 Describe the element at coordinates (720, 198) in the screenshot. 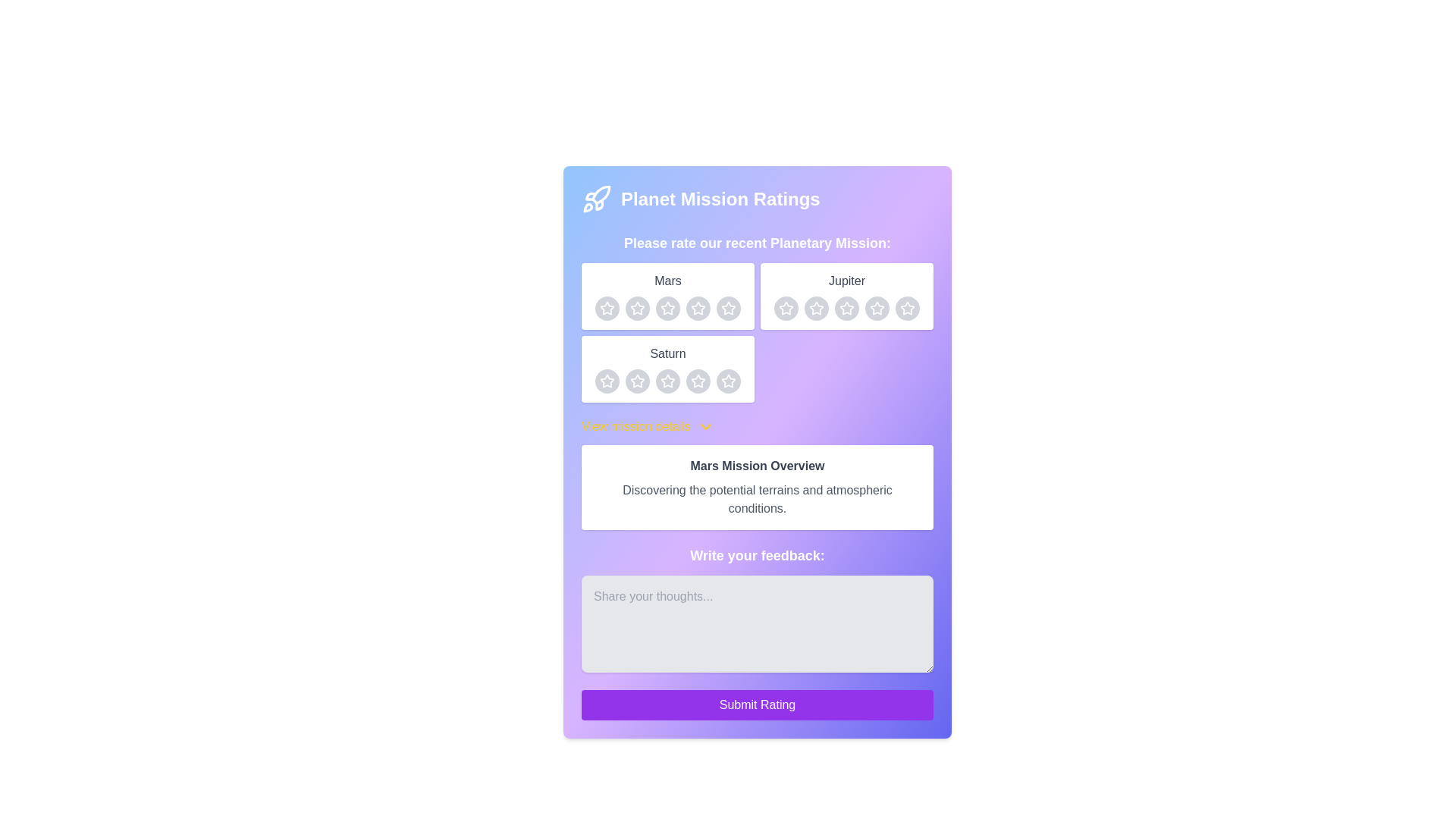

I see `the 'Planet Mission Ratings' text label, which serves as a header indicating the section's purpose and is located near the top center of the form interface` at that location.